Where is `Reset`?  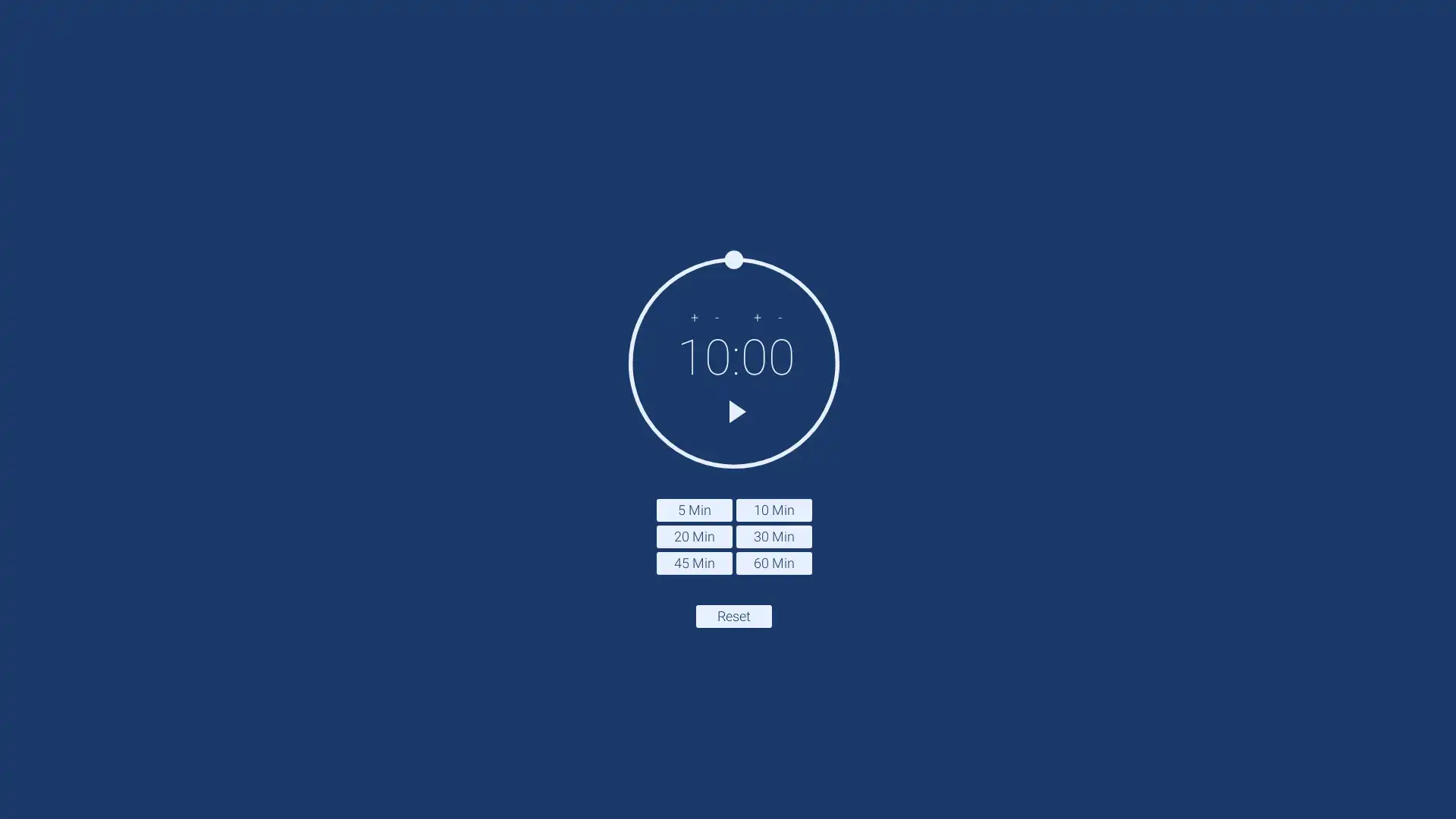
Reset is located at coordinates (734, 616).